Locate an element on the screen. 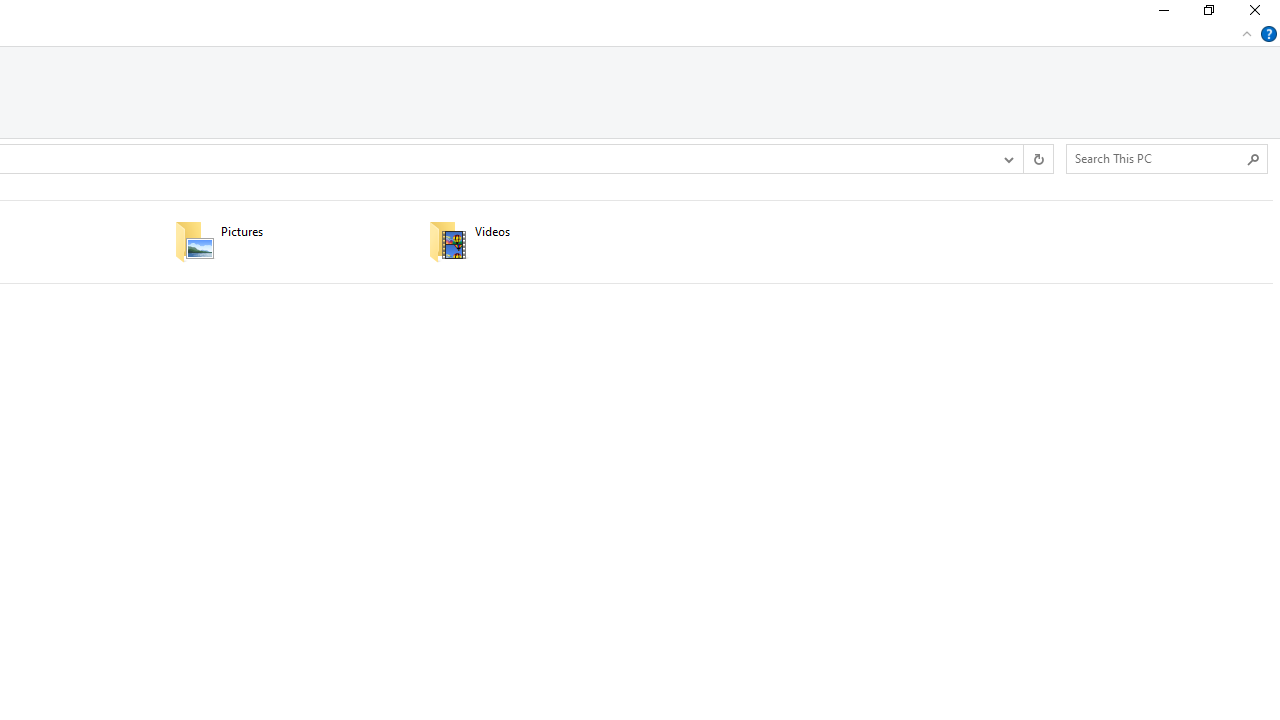 This screenshot has height=720, width=1280. 'Videos' is located at coordinates (543, 240).